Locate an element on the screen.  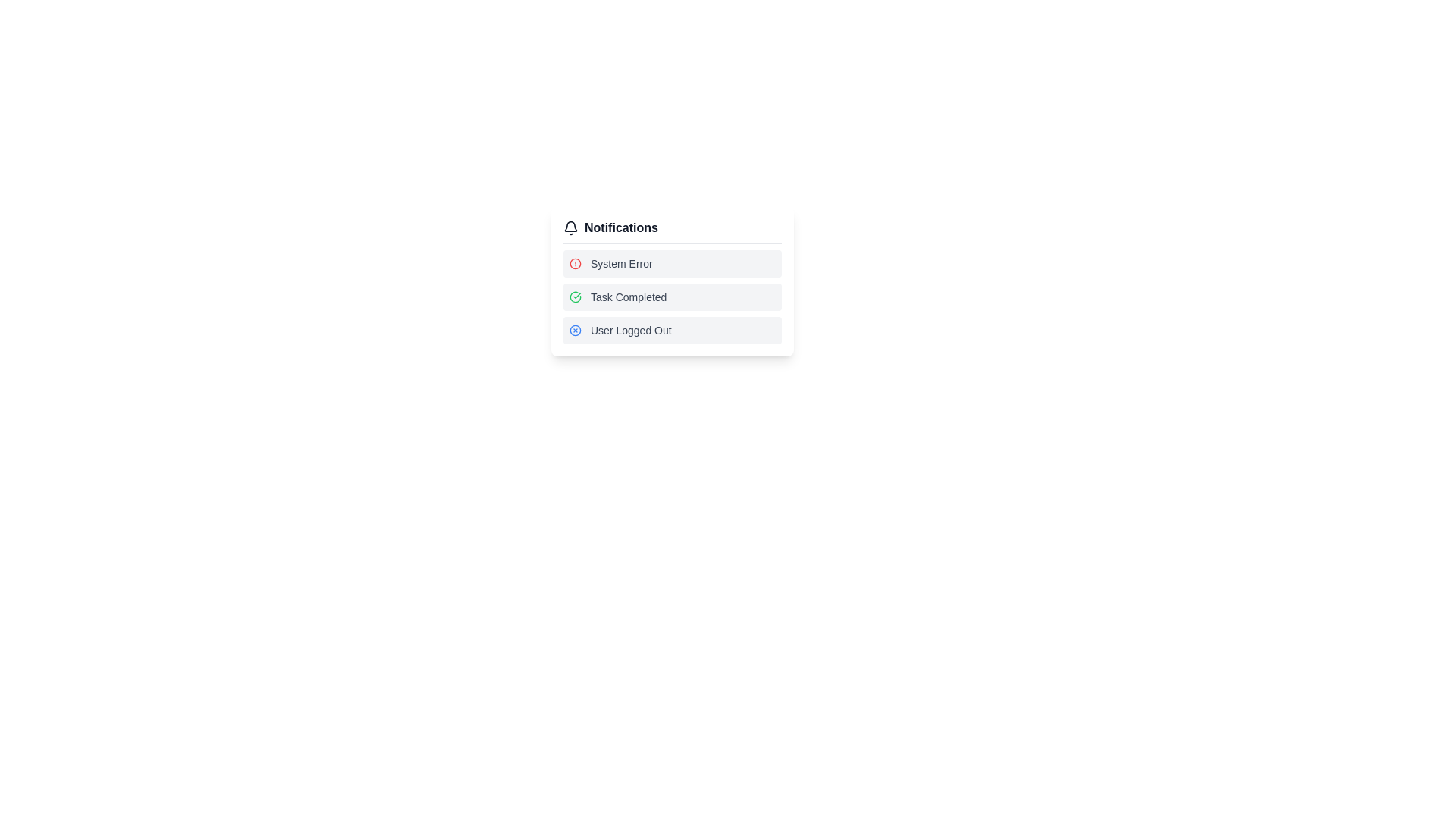
the alert icon indicating a 'System Error' notification located on the left side of the notification entry by moving the cursor to its center is located at coordinates (574, 262).